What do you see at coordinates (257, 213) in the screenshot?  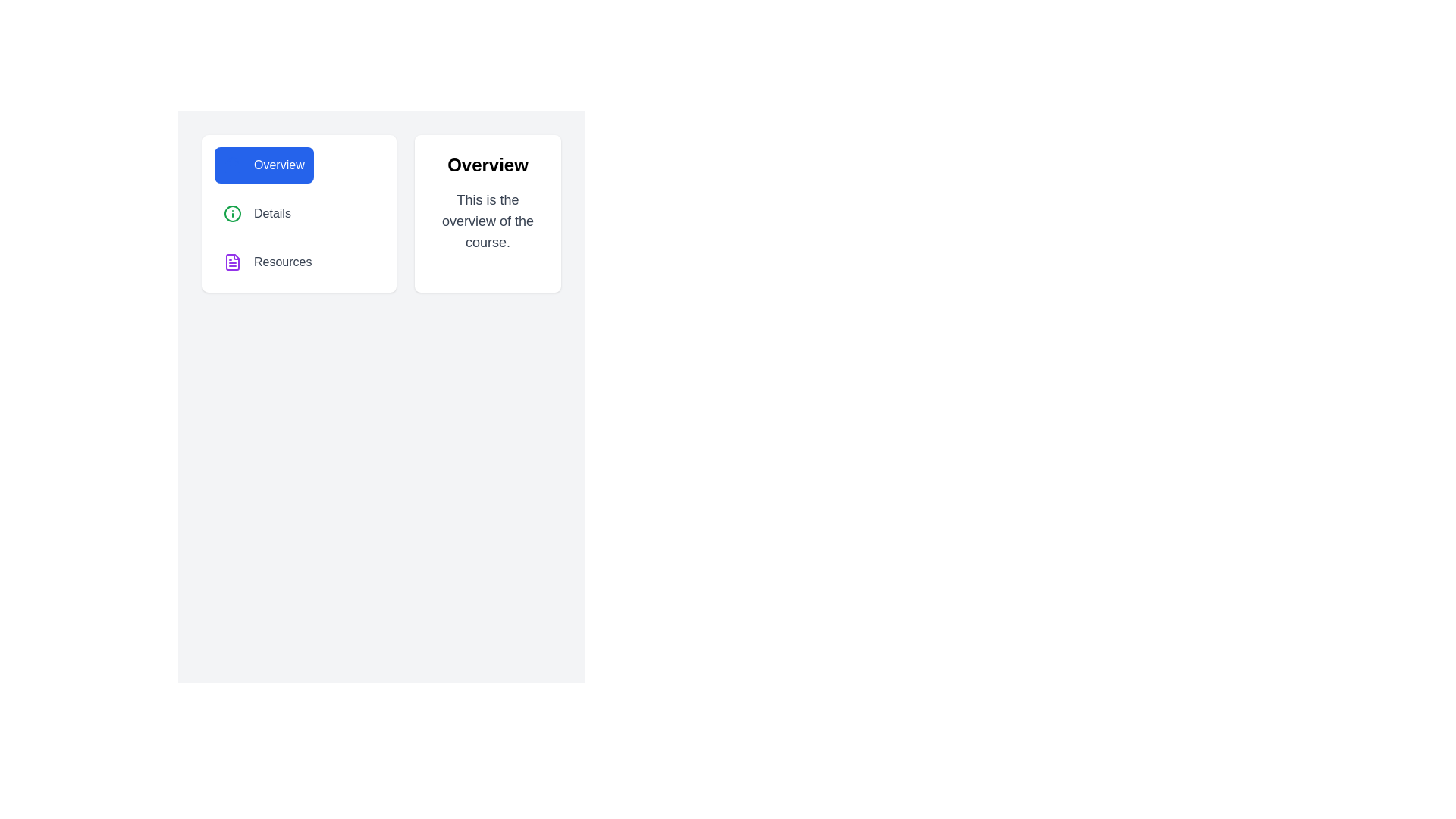 I see `the navigation button located below the 'Overview' option and above the 'Resources' option` at bounding box center [257, 213].